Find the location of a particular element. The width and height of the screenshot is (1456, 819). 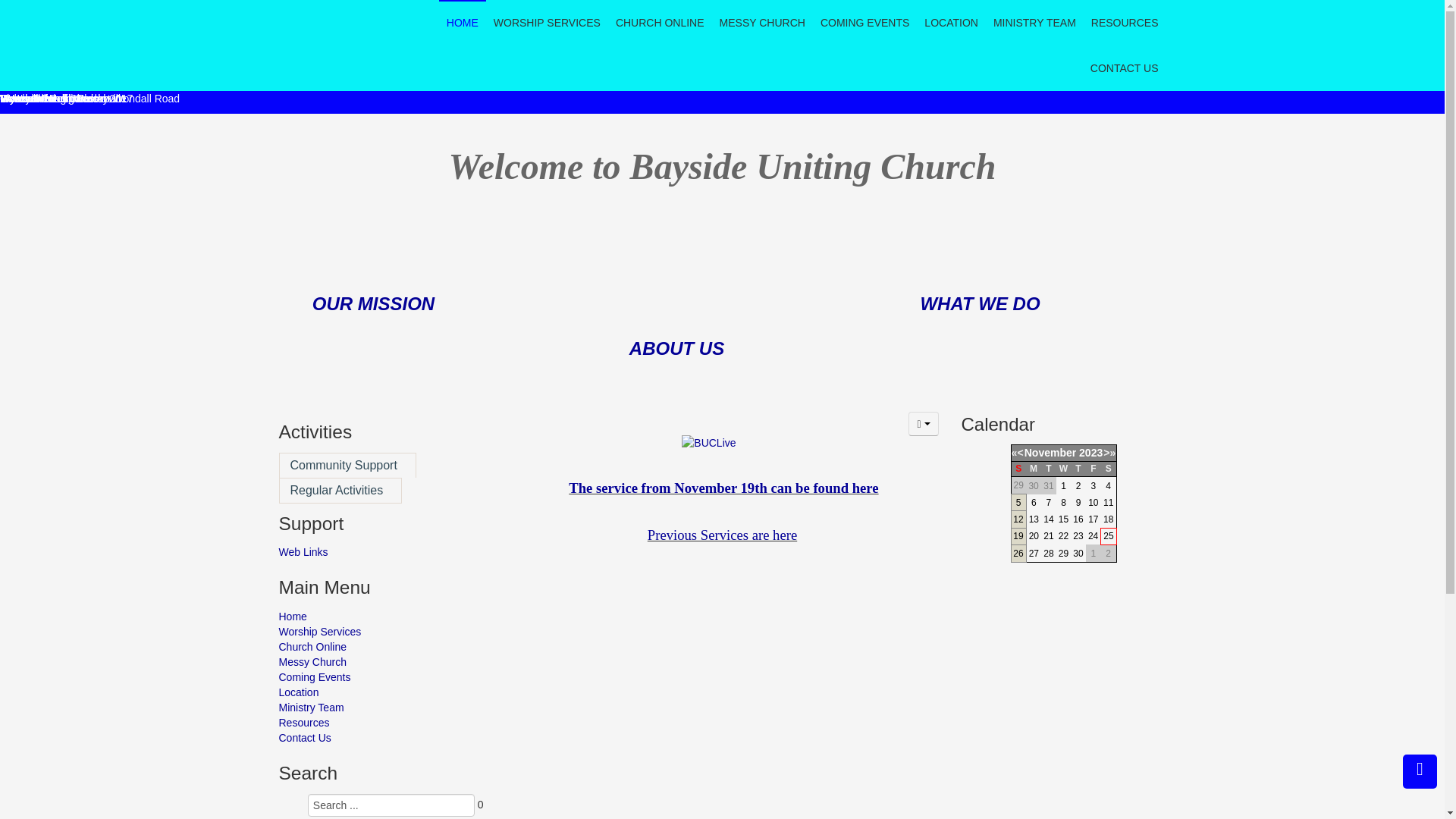

'Resources' is located at coordinates (381, 721).